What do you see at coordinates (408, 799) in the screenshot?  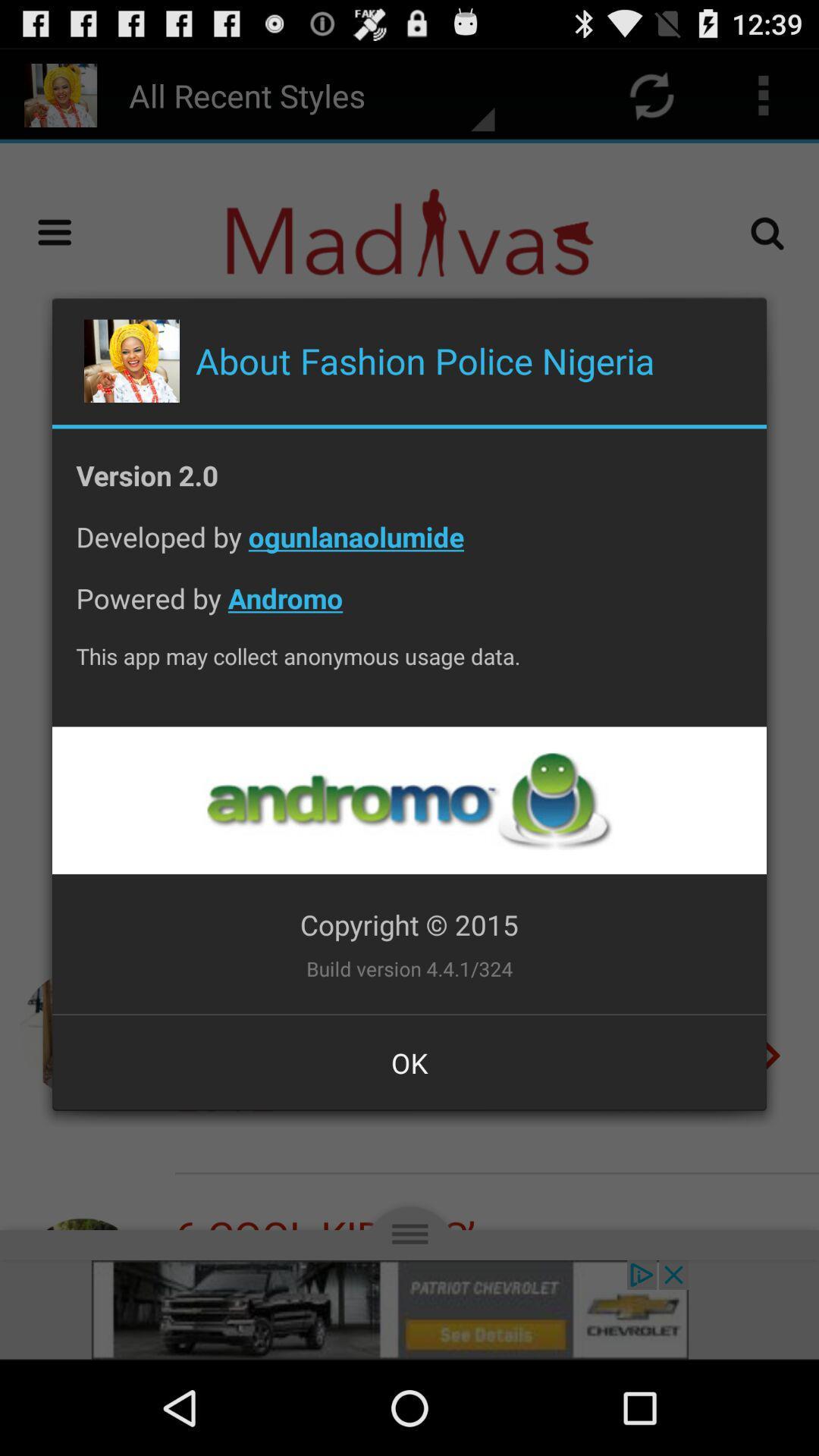 I see `the app below this app may icon` at bounding box center [408, 799].